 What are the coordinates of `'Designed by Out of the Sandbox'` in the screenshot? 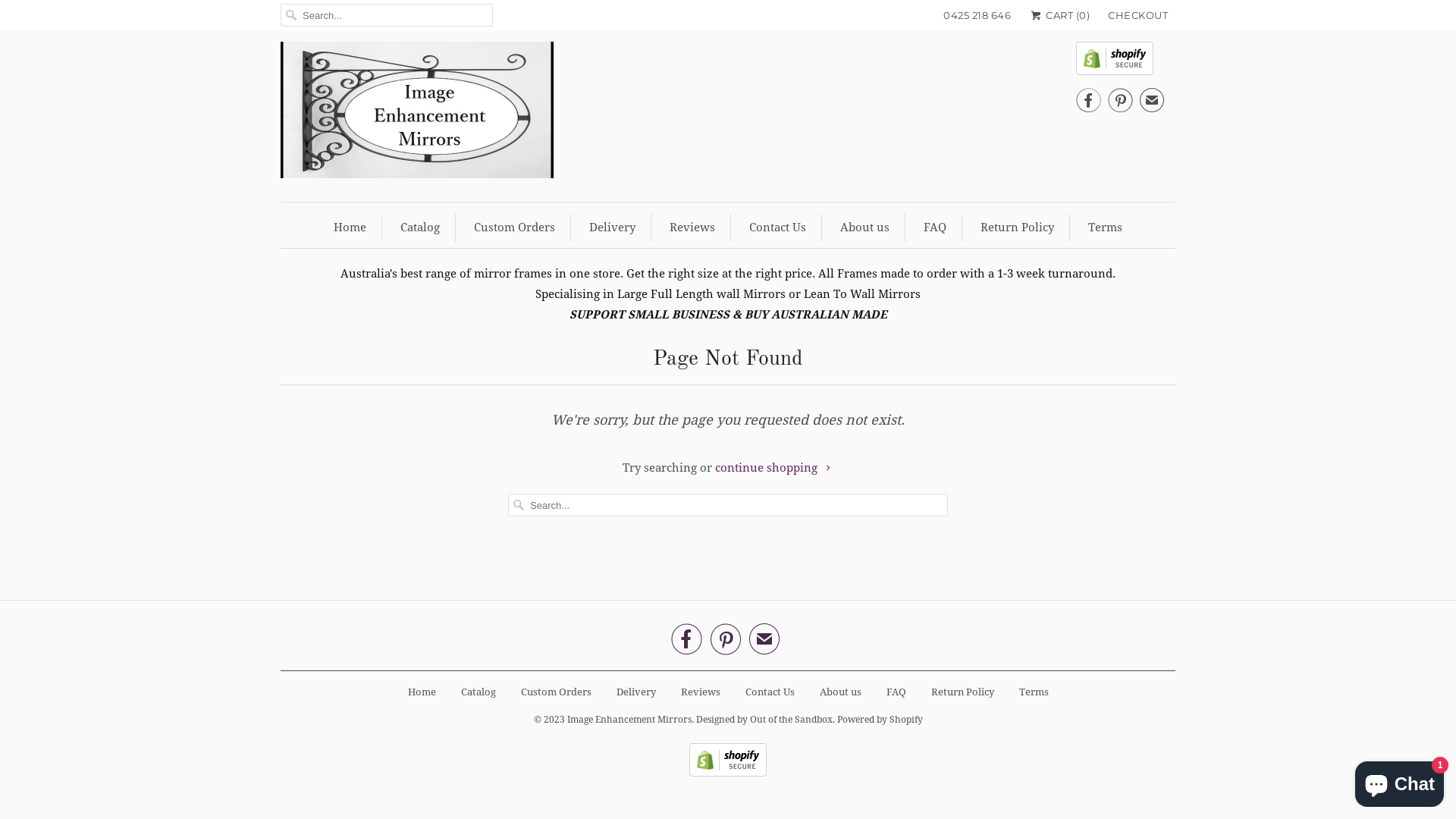 It's located at (764, 714).